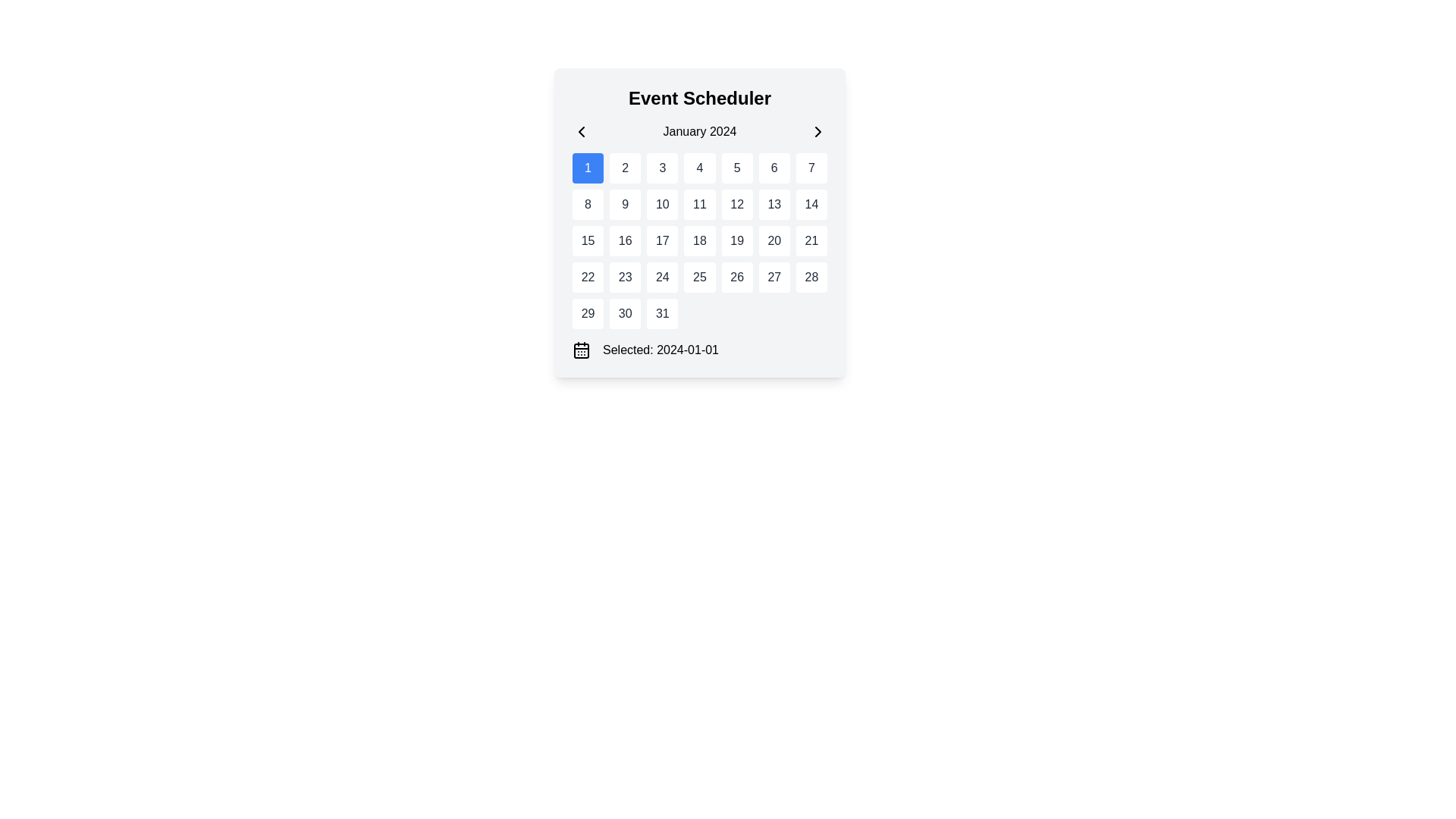 This screenshot has height=819, width=1456. I want to click on the square button labeled '5' with a white background and gray text, so click(736, 168).